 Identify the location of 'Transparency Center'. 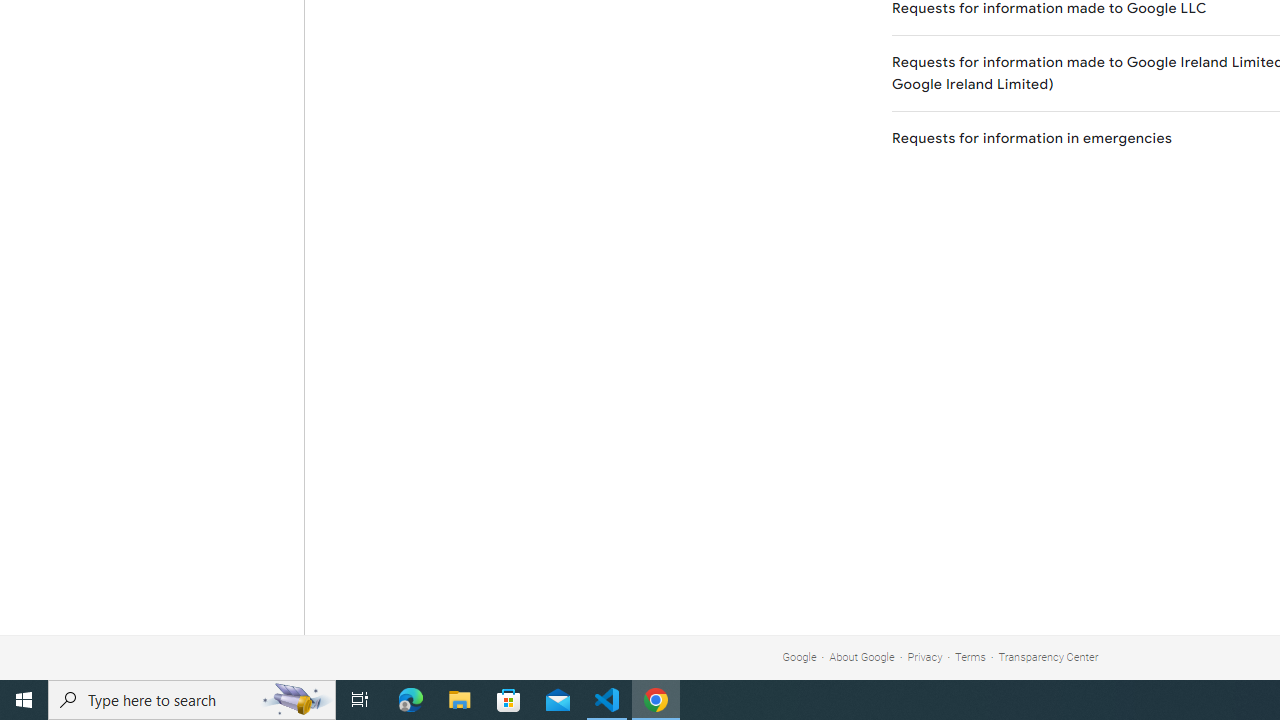
(1047, 657).